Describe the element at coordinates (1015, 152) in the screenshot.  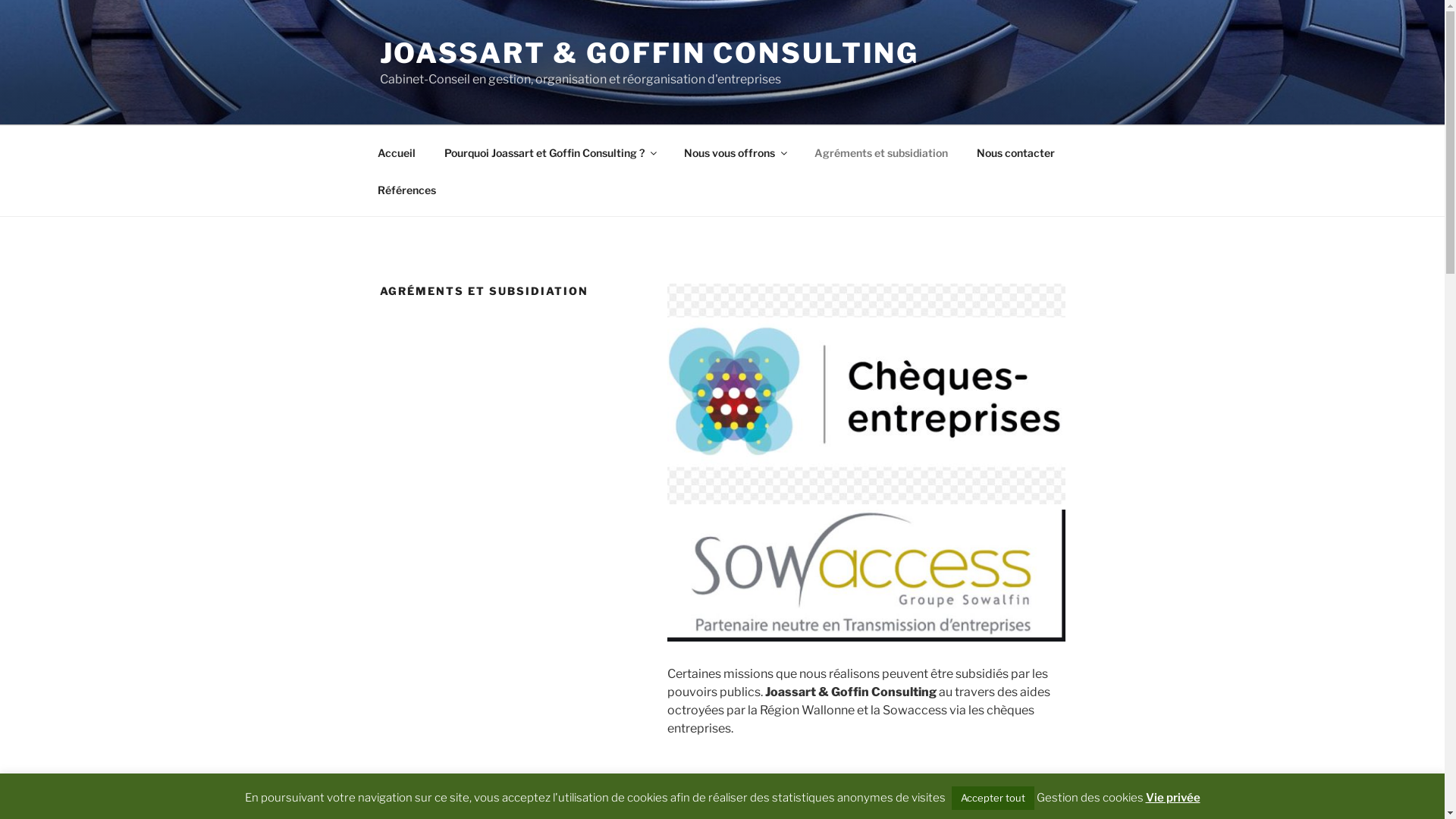
I see `'Nous contacter'` at that location.